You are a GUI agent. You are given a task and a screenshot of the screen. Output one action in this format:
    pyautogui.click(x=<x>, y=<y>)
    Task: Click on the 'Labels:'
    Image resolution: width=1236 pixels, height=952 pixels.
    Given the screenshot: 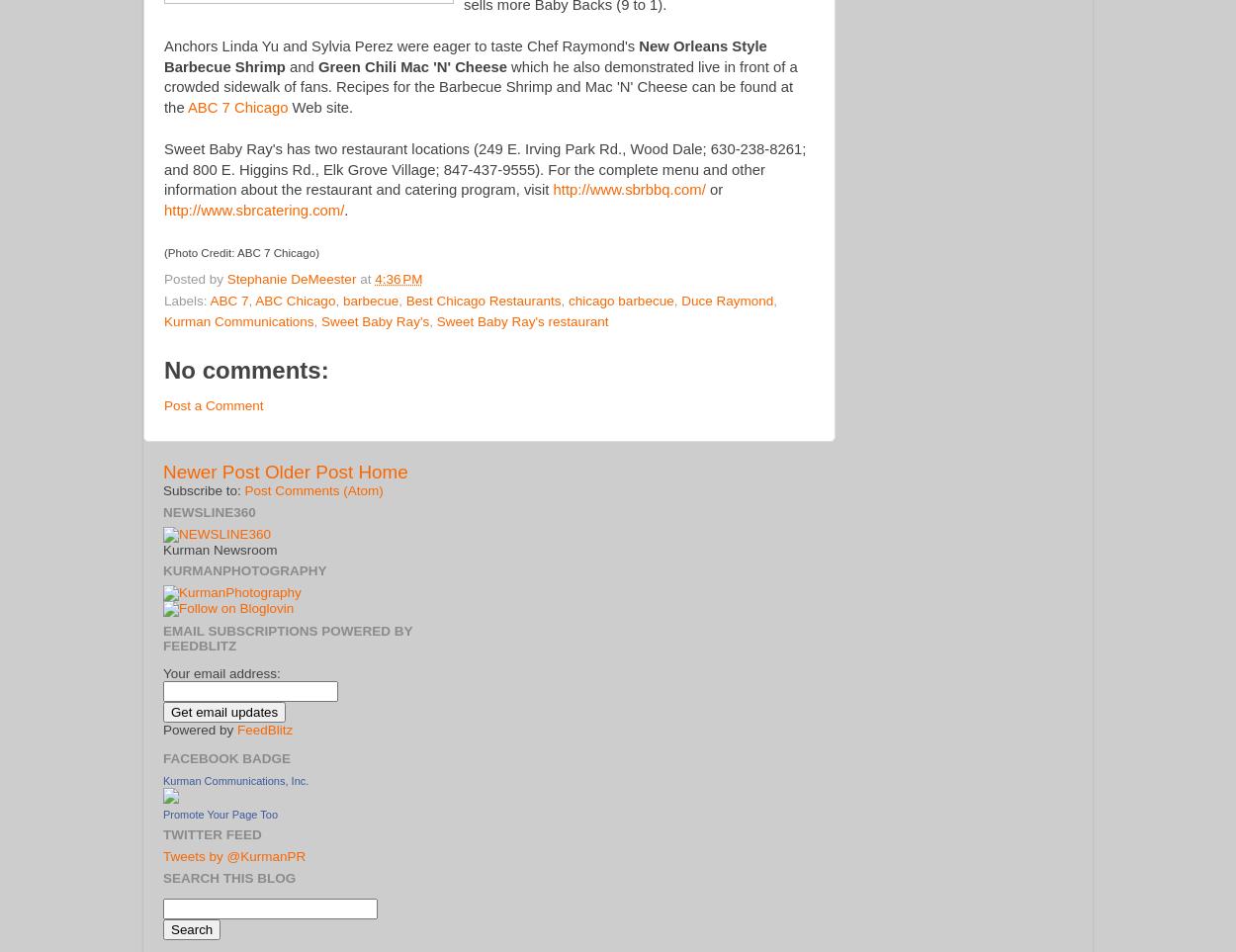 What is the action you would take?
    pyautogui.click(x=186, y=299)
    